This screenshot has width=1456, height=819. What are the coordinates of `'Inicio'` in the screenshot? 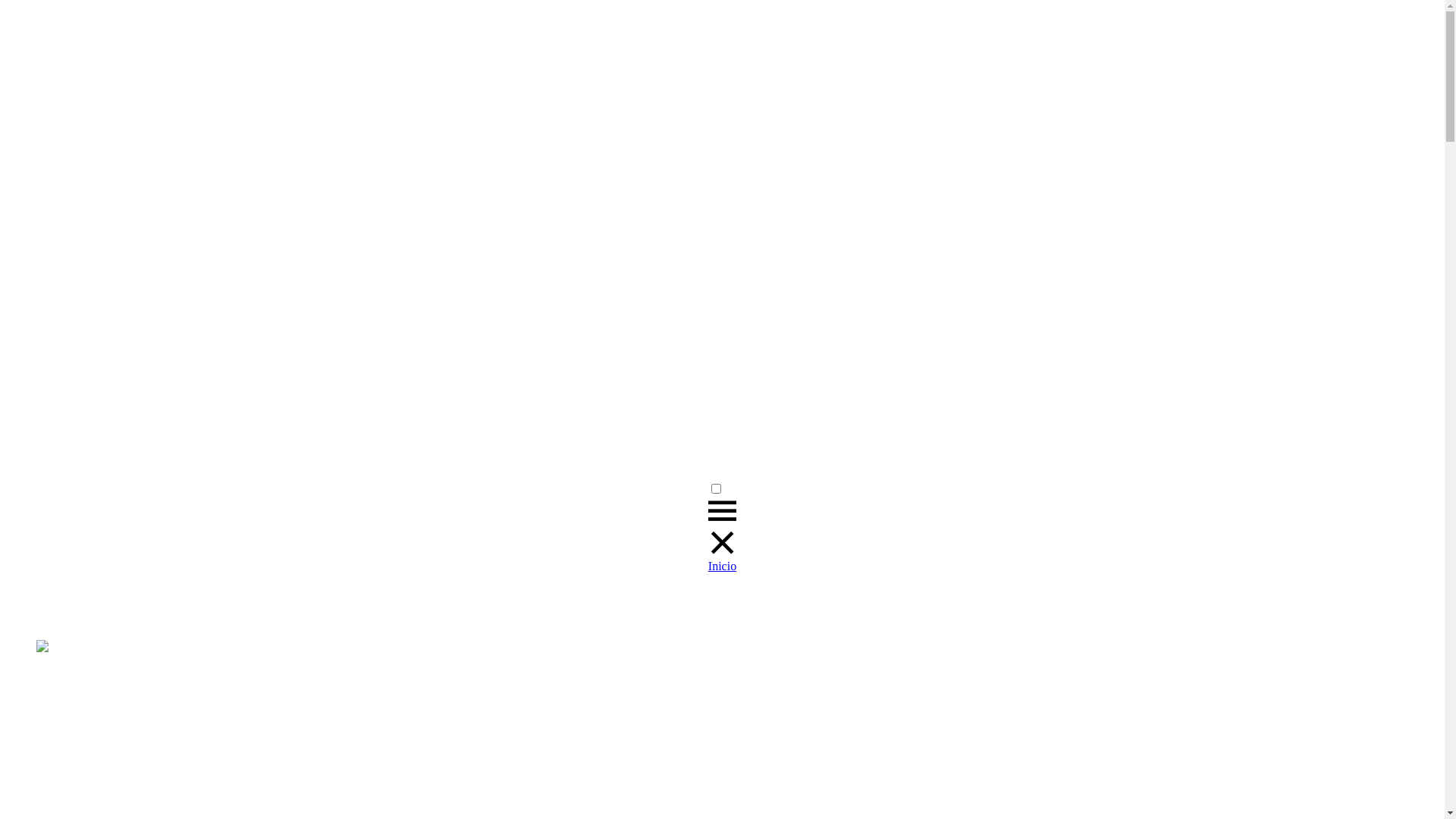 It's located at (721, 566).